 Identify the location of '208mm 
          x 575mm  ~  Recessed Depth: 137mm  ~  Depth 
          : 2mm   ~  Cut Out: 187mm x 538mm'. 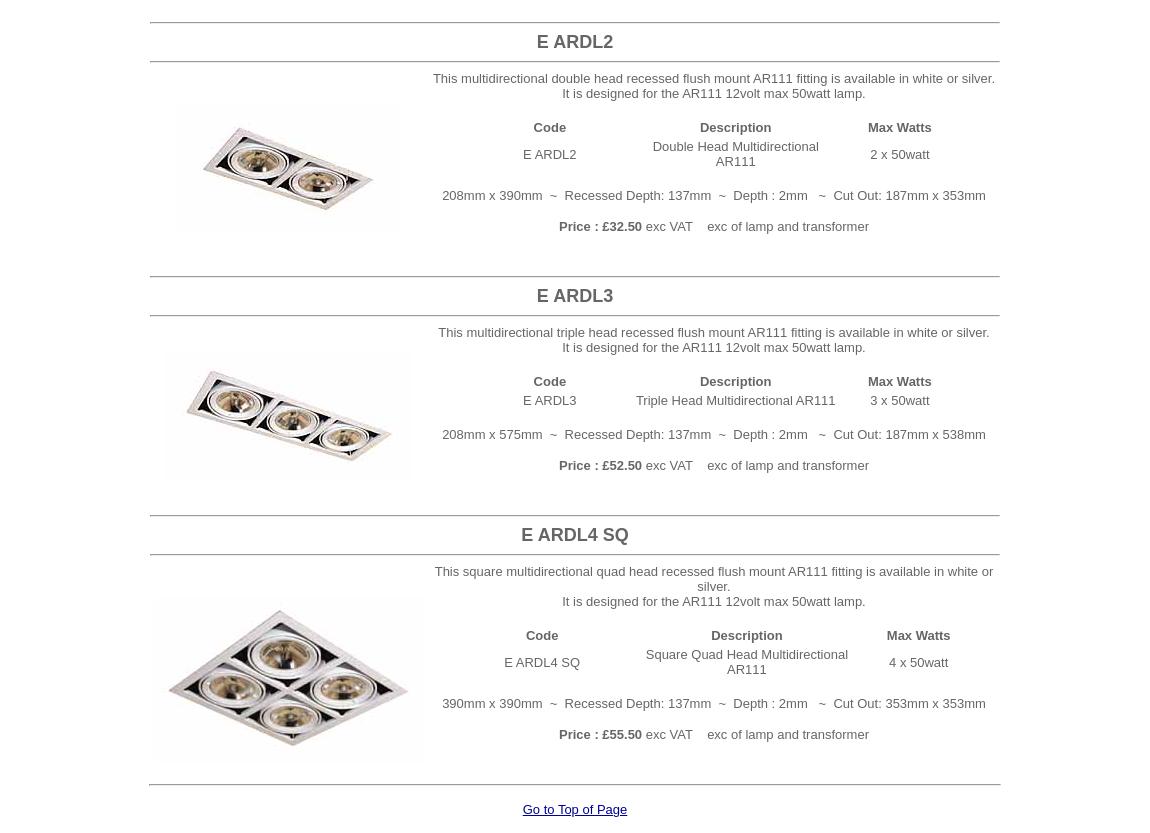
(712, 433).